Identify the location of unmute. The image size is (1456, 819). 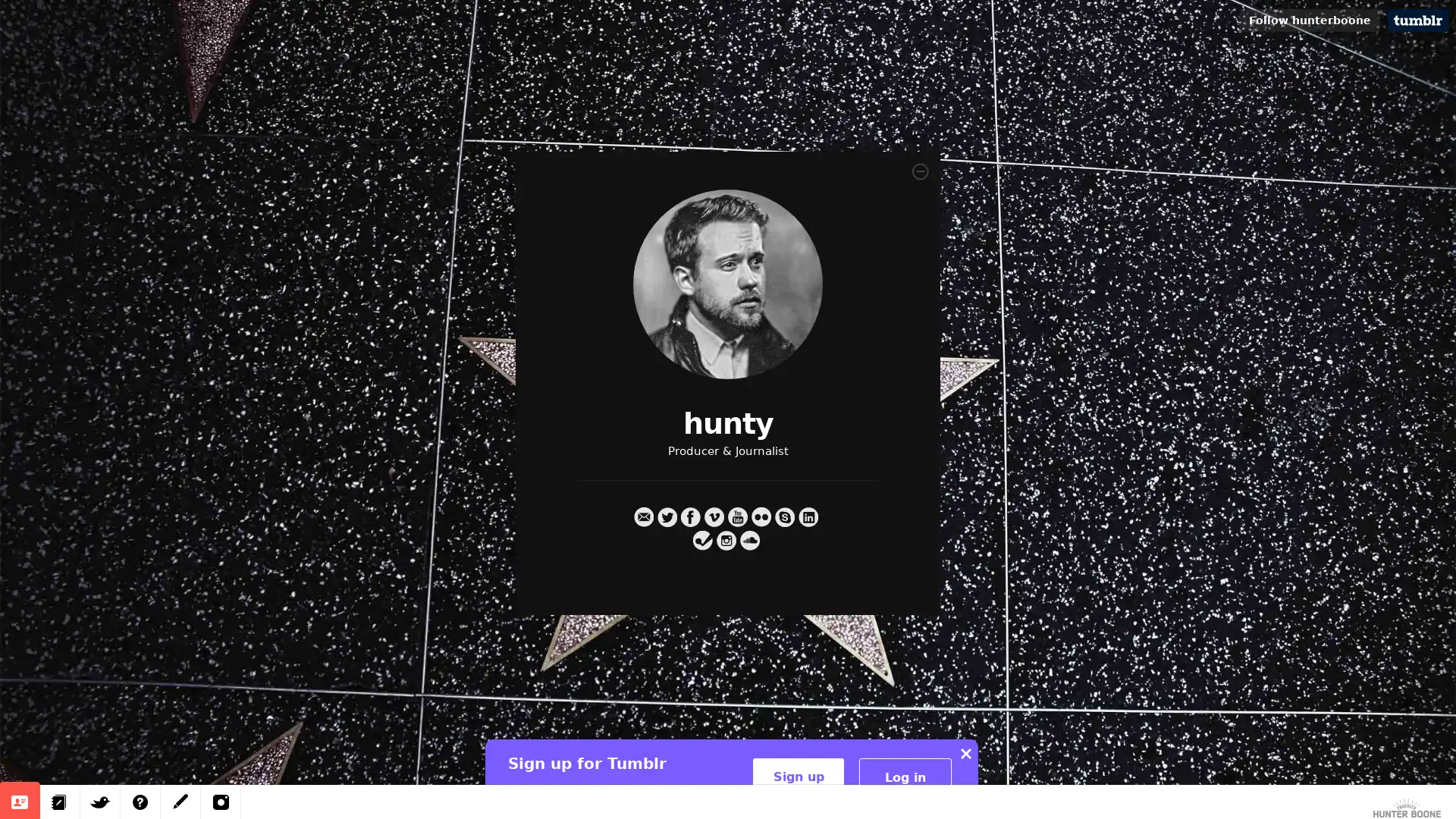
(1379, 795).